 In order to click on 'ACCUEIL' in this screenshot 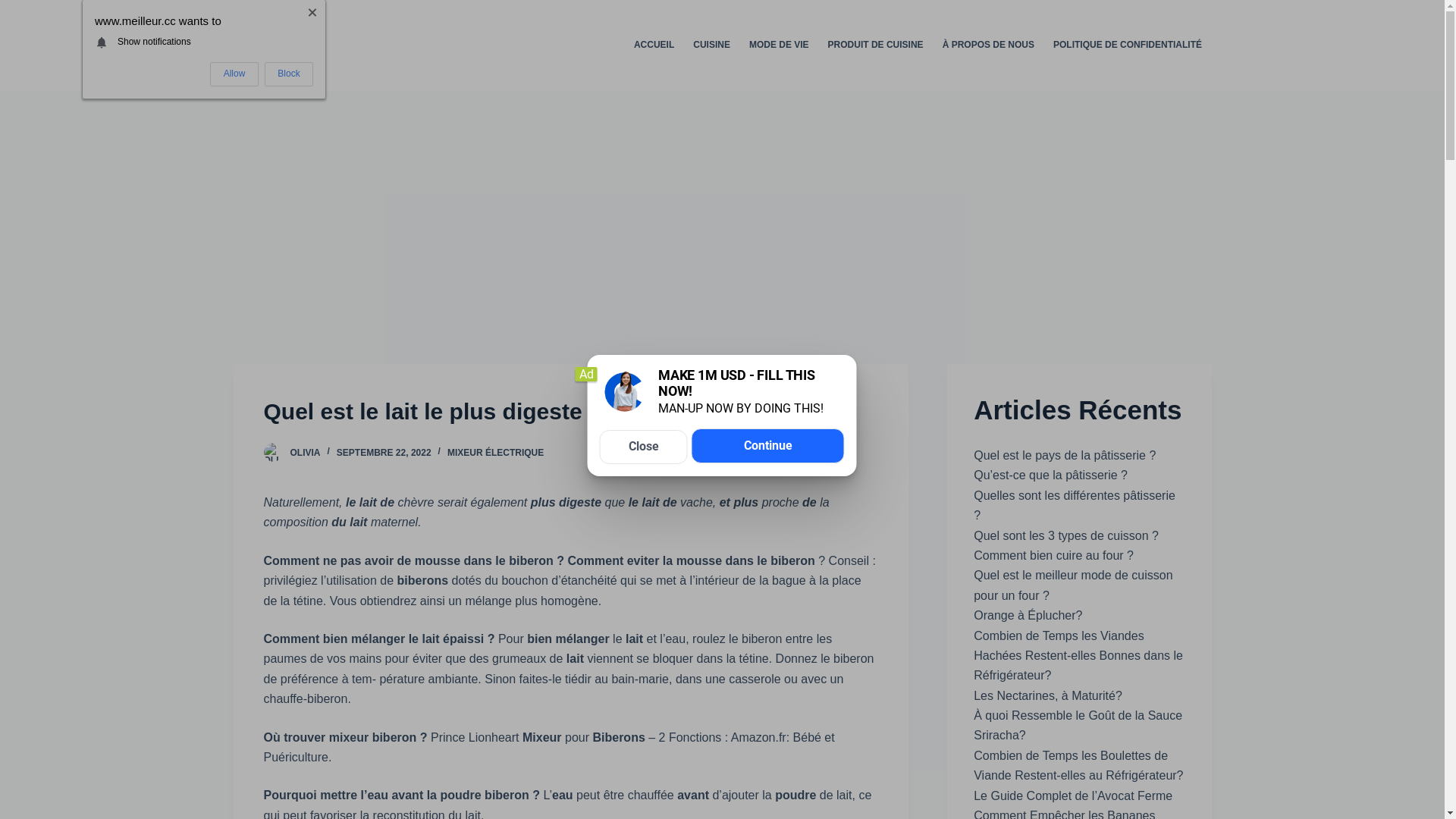, I will do `click(623, 45)`.